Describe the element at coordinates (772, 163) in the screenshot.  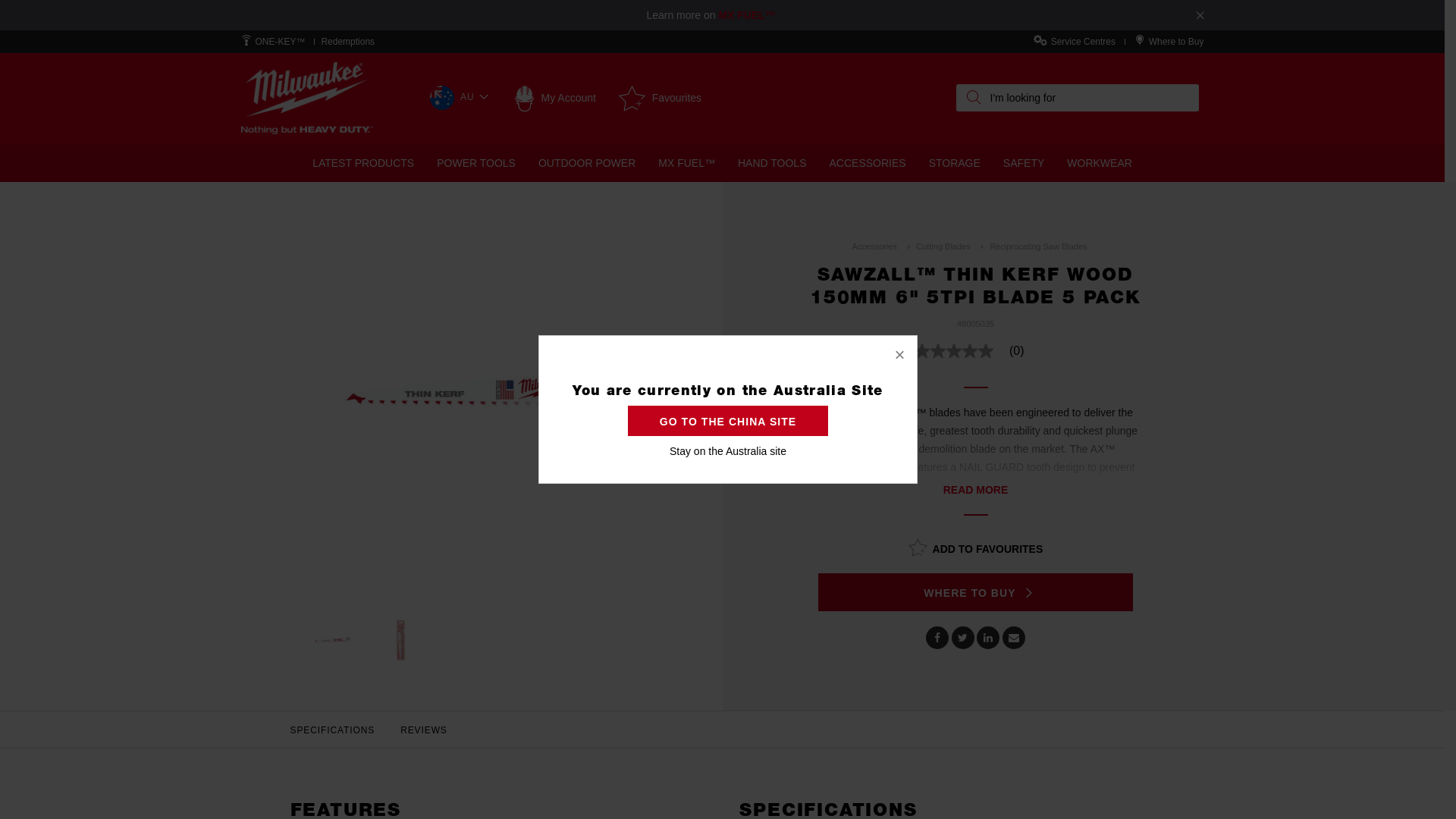
I see `'HAND TOOLS'` at that location.